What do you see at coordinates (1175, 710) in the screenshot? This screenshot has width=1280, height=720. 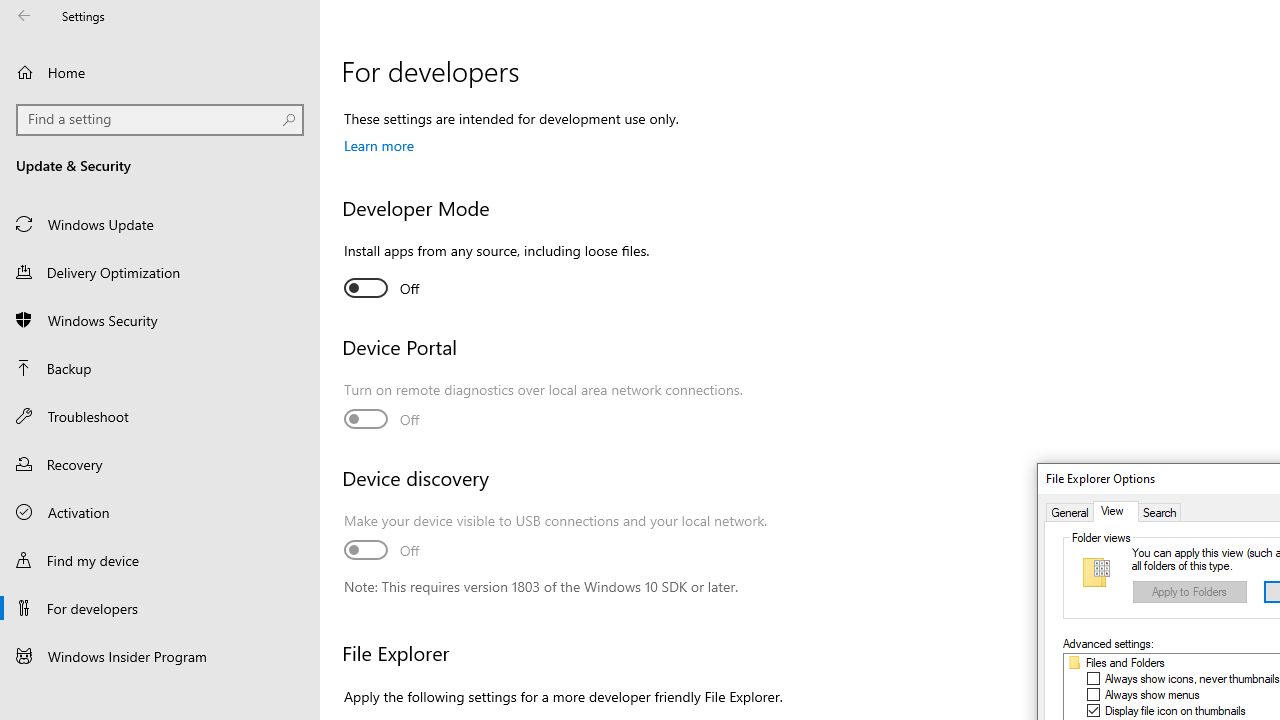 I see `'Display file icon on thumbnails'` at bounding box center [1175, 710].